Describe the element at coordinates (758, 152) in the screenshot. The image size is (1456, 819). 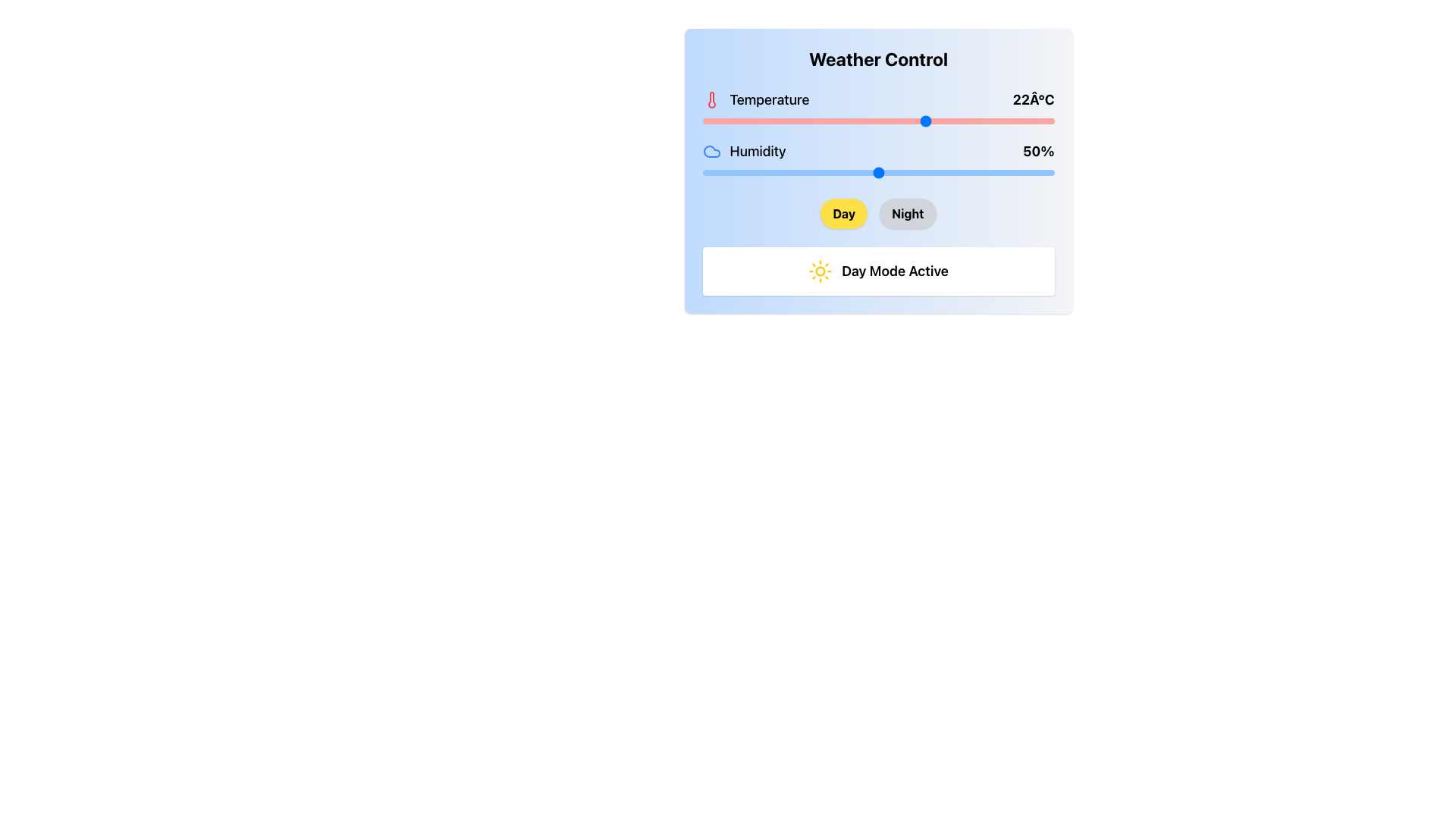
I see `the 'Humidity' text label, which is styled with medium importance and located to the right of a blue cloud icon in the 'Temperature' section` at that location.